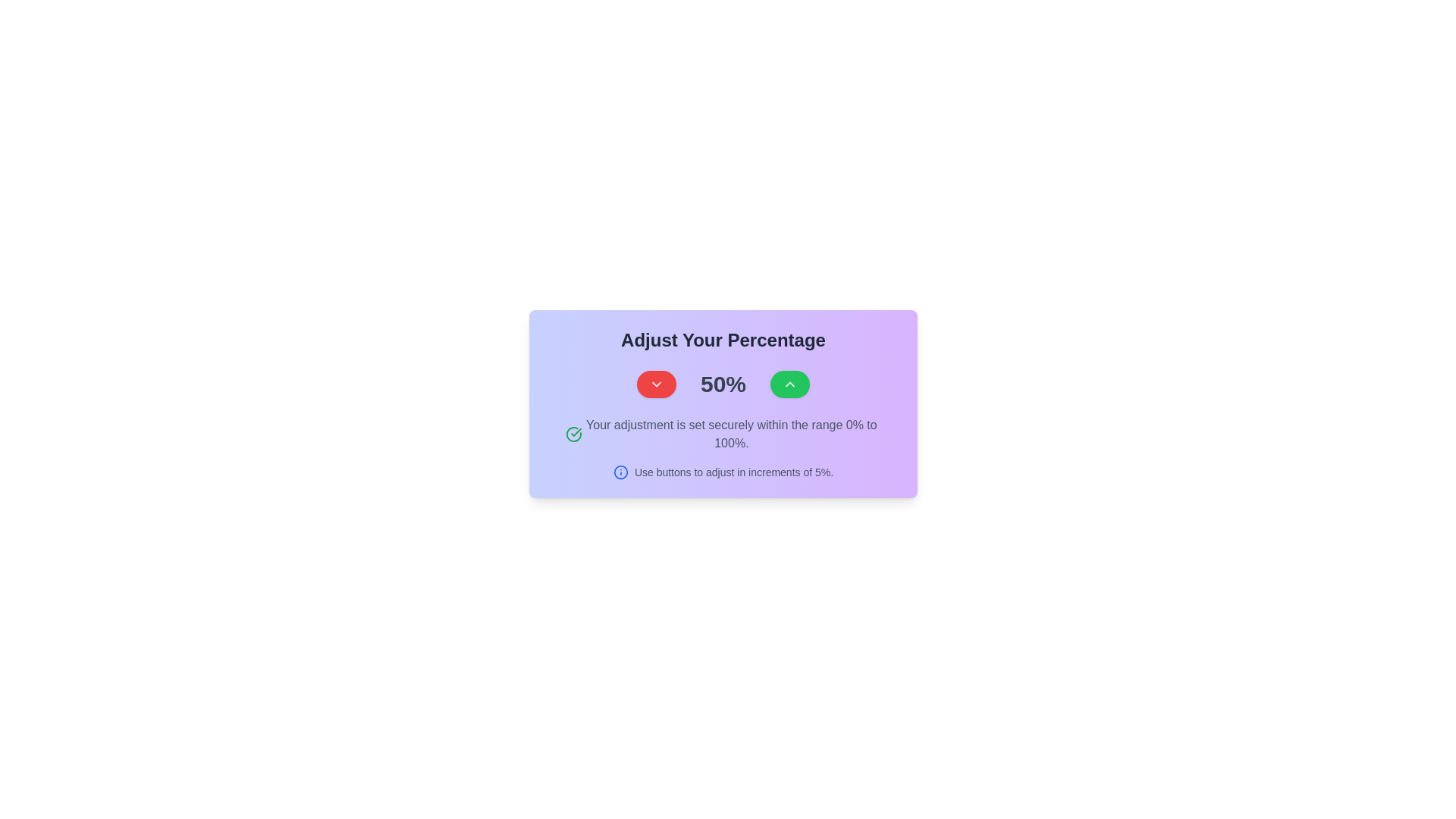 The width and height of the screenshot is (1456, 819). I want to click on the central text display element that shows '50%' in bold, large dark gray text, located between a red decrement button and a green increment button, so click(723, 383).